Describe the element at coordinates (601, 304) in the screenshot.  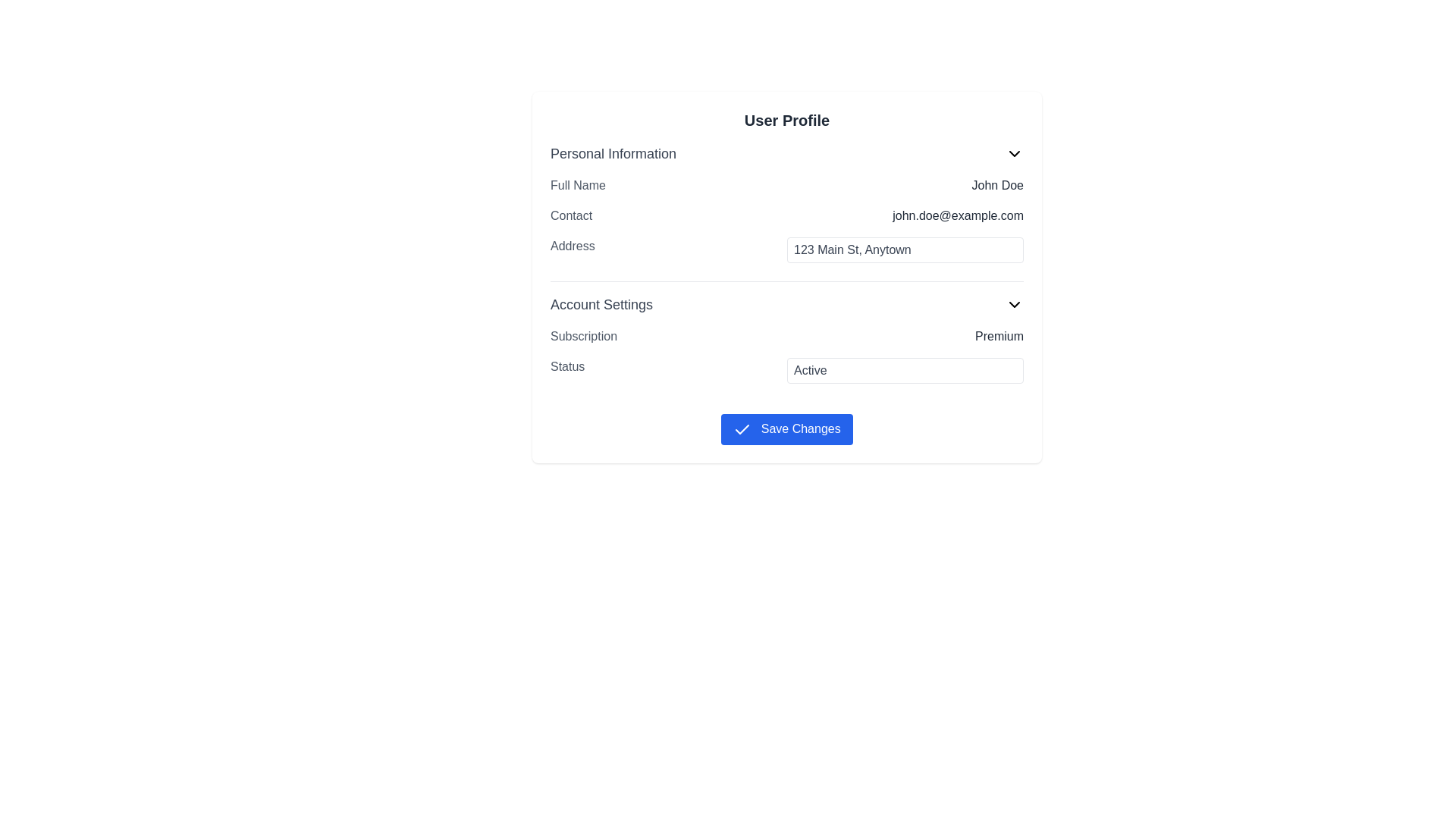
I see `the 'Account Settings' label that signifies the start of the Account Settings section in the user profile interface` at that location.